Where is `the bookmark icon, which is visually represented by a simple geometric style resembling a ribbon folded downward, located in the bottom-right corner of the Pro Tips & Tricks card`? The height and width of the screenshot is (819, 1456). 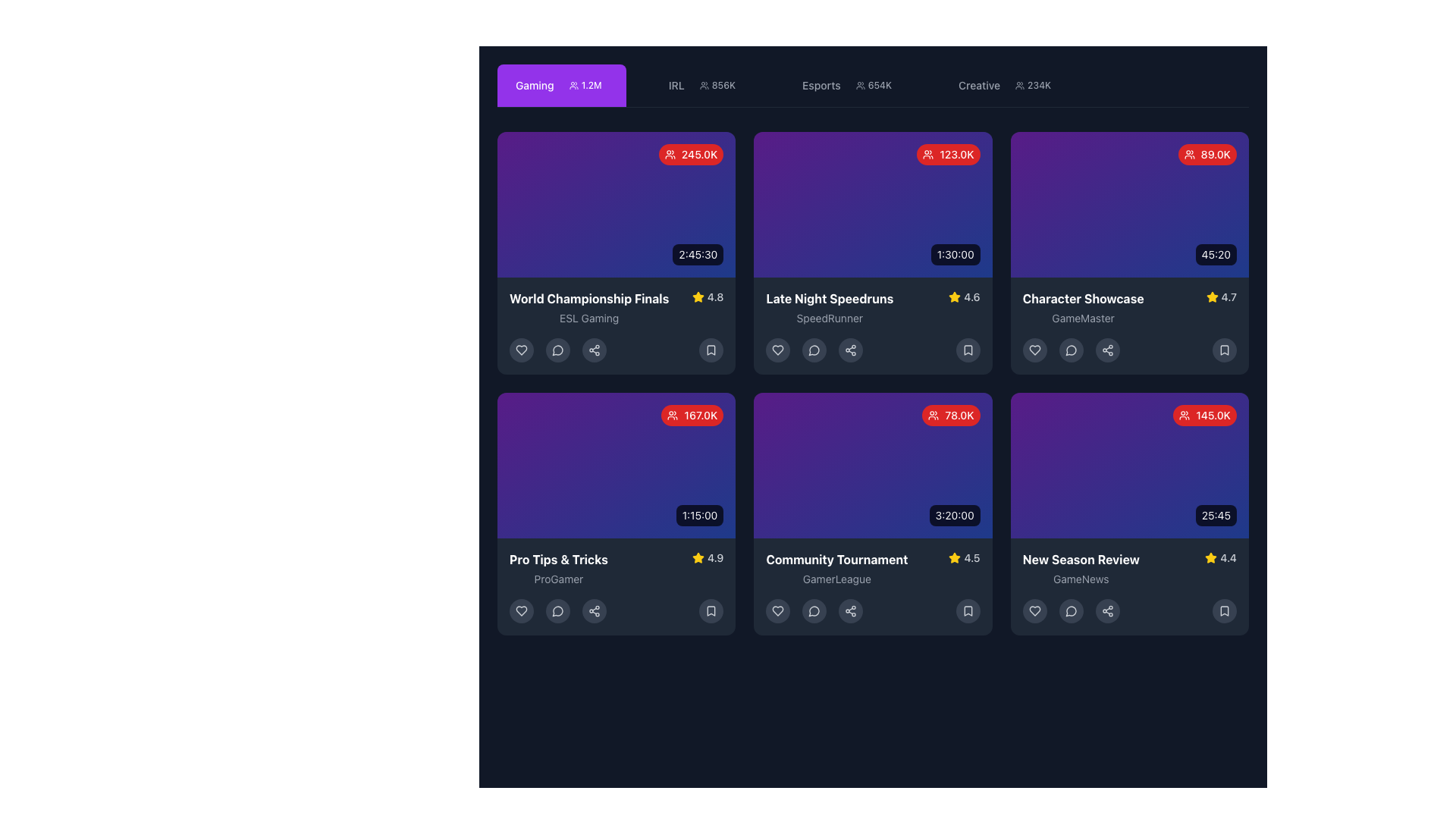 the bookmark icon, which is visually represented by a simple geometric style resembling a ribbon folded downward, located in the bottom-right corner of the Pro Tips & Tricks card is located at coordinates (711, 610).